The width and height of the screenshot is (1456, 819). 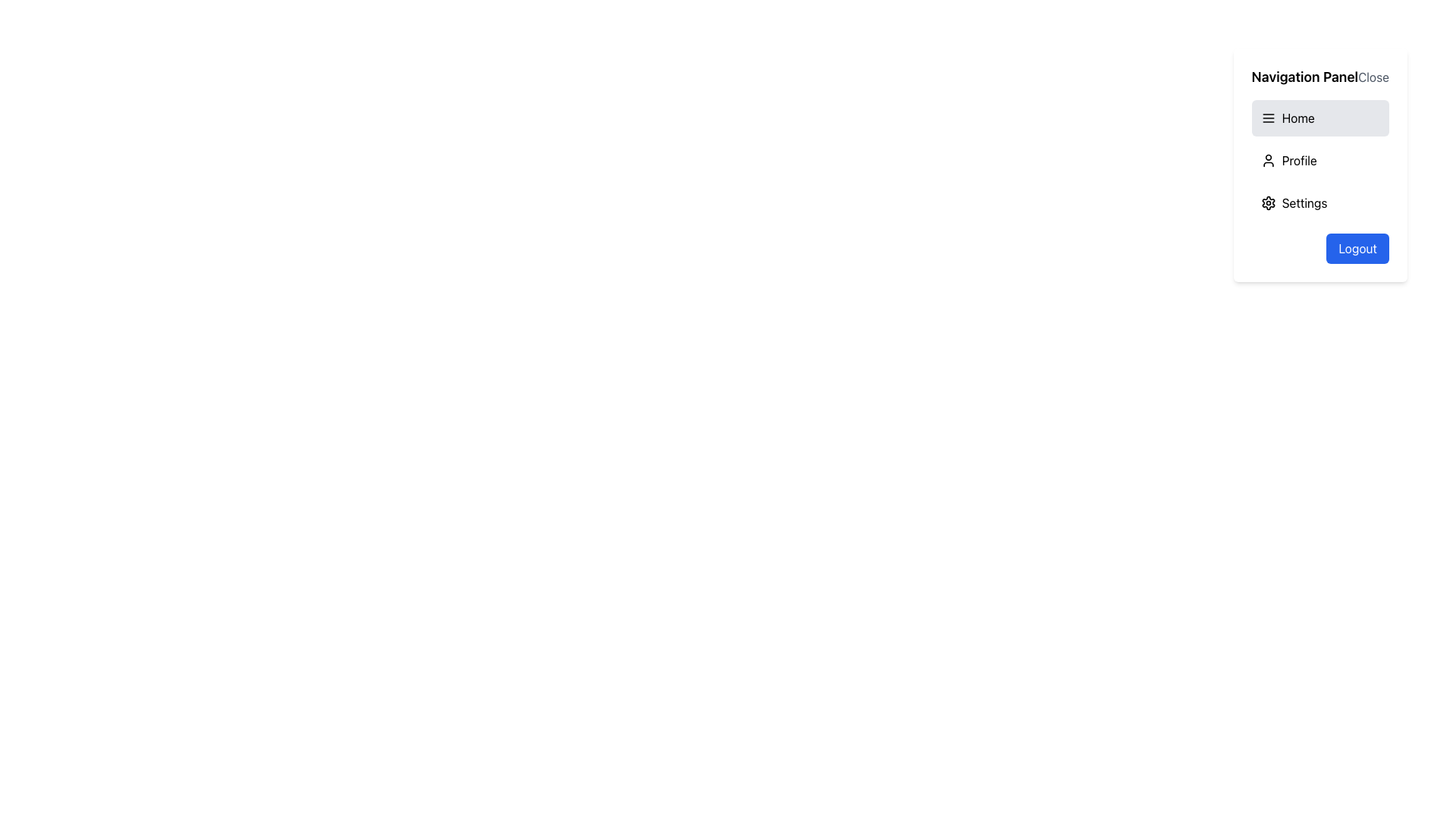 I want to click on the logout button located at the bottom-right corner of the vertical navigation panel, so click(x=1357, y=247).